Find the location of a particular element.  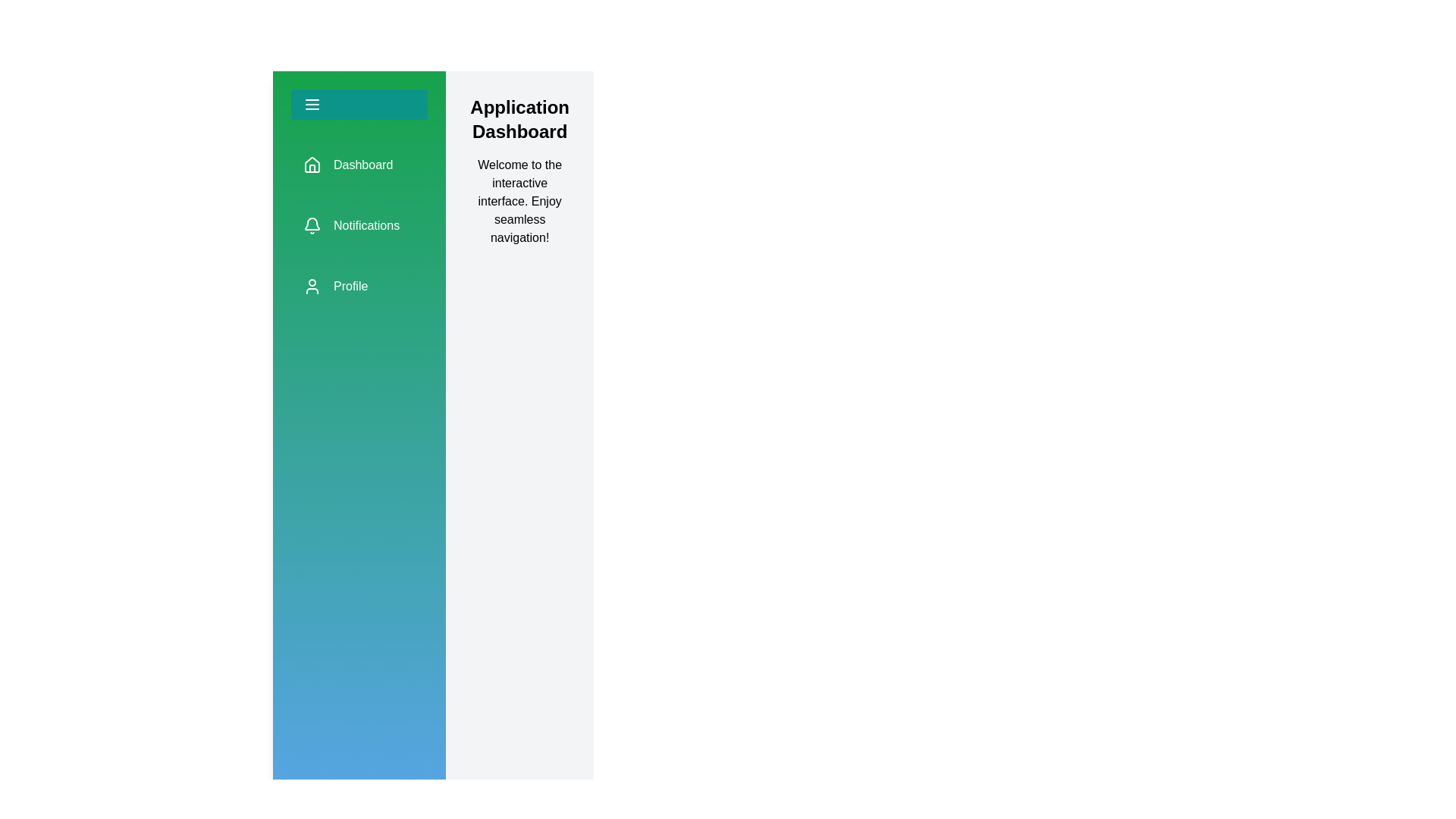

the toggle button to change the drawer state is located at coordinates (359, 104).